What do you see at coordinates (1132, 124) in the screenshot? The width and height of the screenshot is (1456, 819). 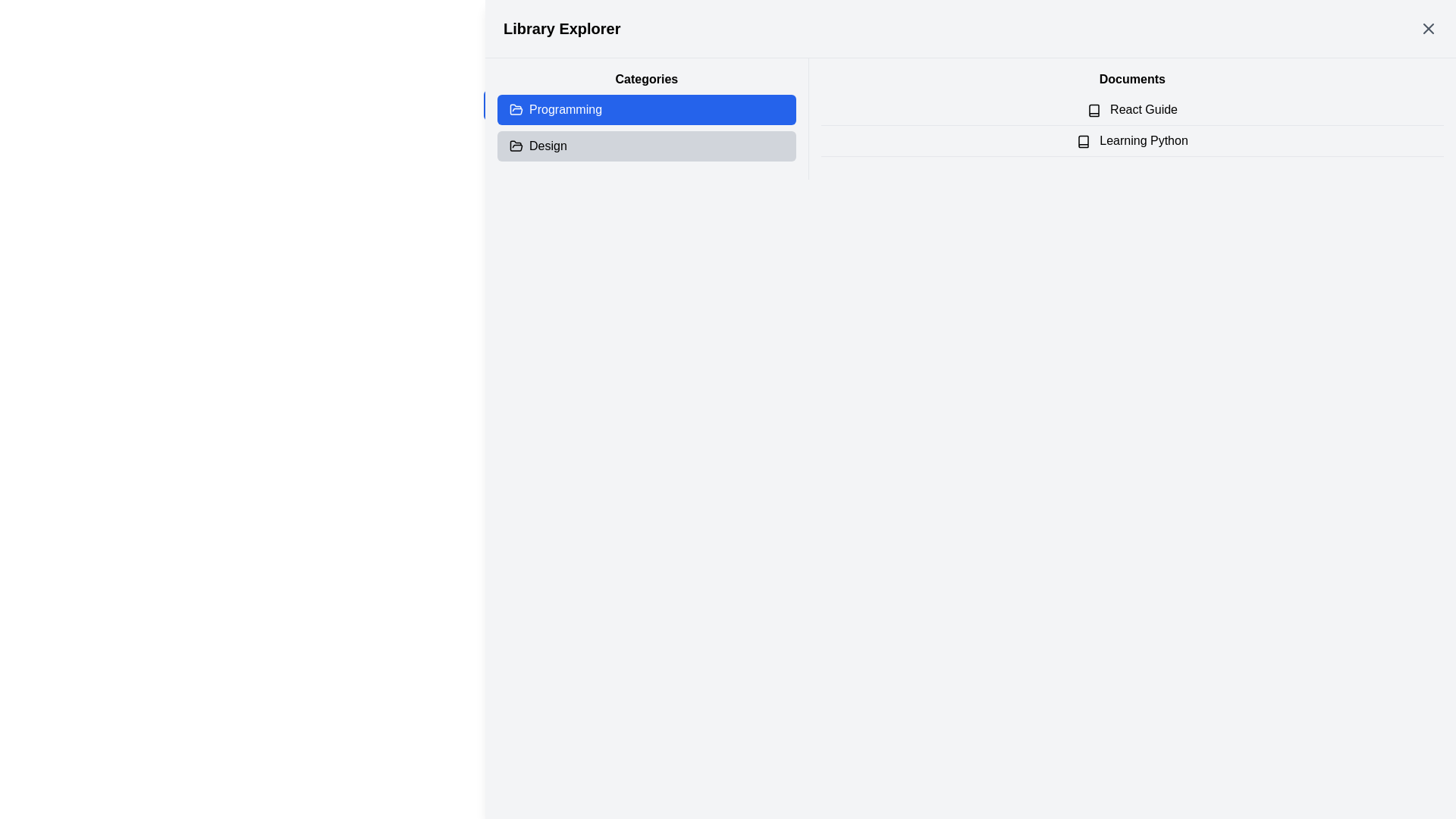 I see `the second item` at bounding box center [1132, 124].